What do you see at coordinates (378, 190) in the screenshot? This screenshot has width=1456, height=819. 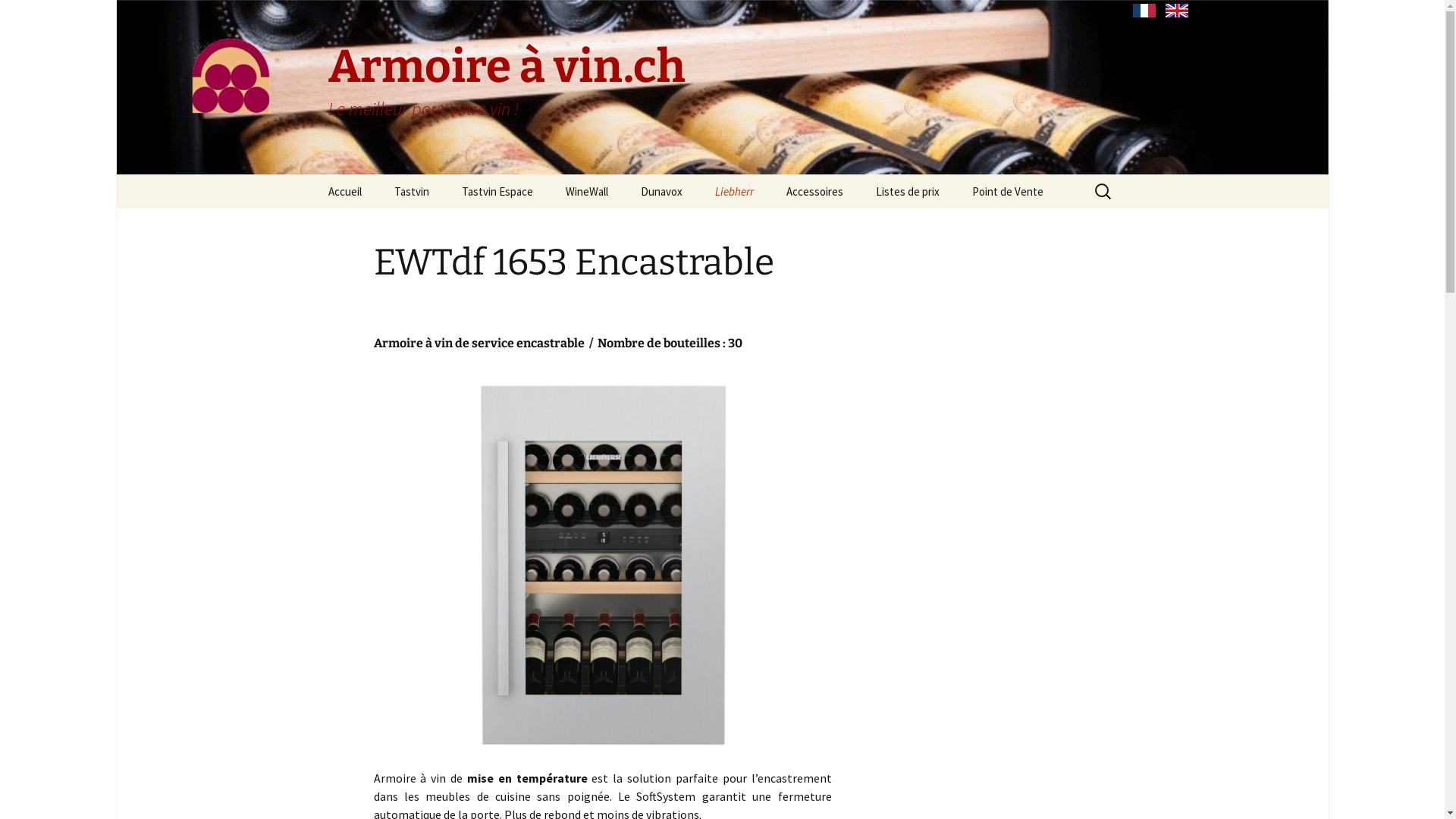 I see `'Tastvin'` at bounding box center [378, 190].